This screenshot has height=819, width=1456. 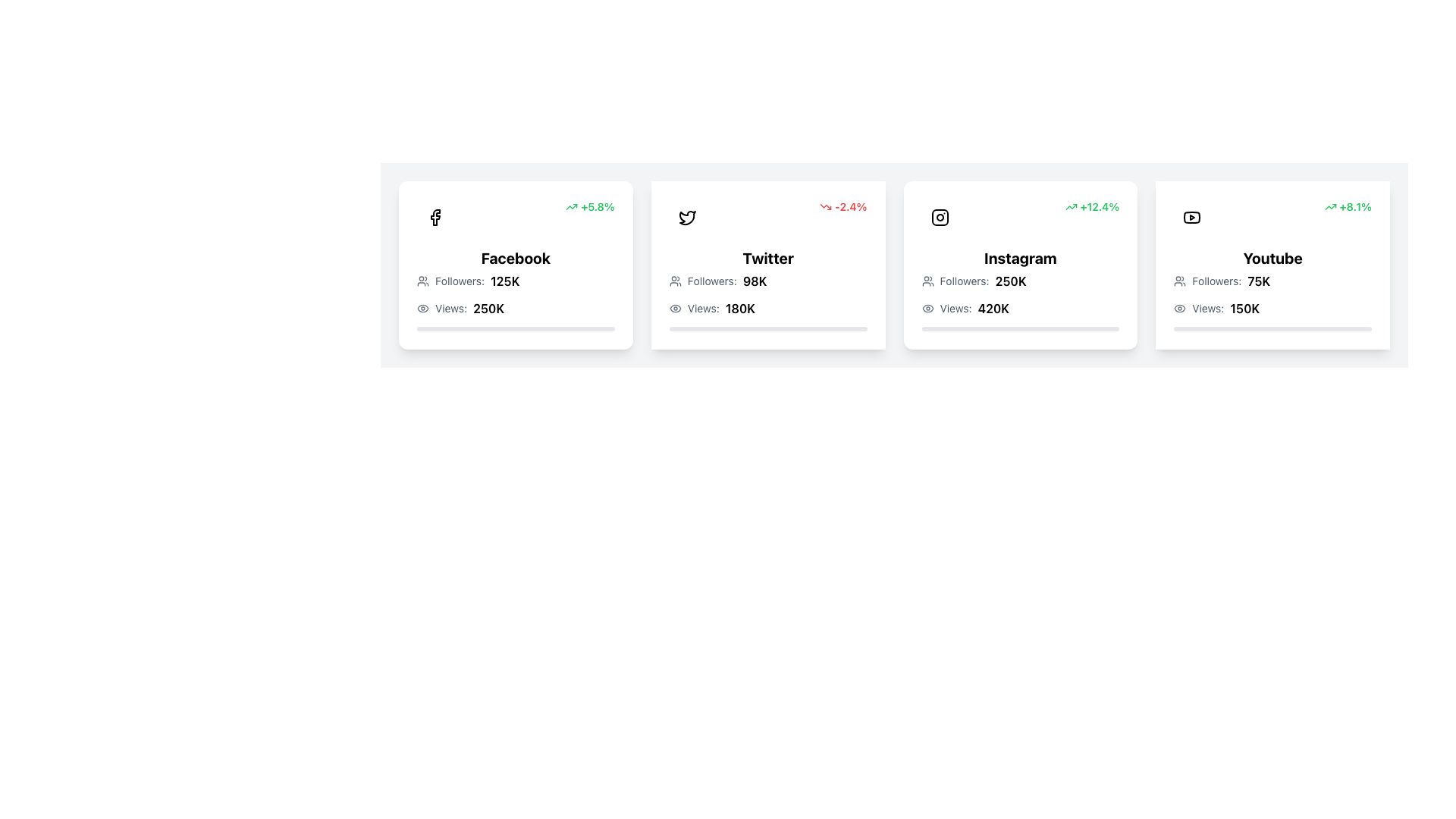 What do you see at coordinates (435, 217) in the screenshot?
I see `the small Facebook icon with a distinctive 'f' shape, located above the label 'Facebook' within the first card in the top-left corner of the card representing Facebook statistics` at bounding box center [435, 217].